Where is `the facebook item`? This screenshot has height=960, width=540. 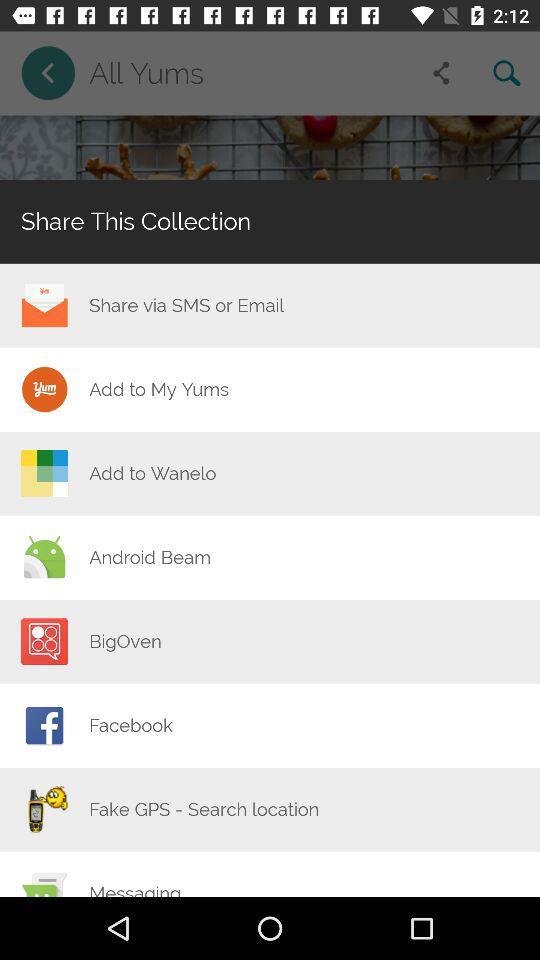
the facebook item is located at coordinates (131, 724).